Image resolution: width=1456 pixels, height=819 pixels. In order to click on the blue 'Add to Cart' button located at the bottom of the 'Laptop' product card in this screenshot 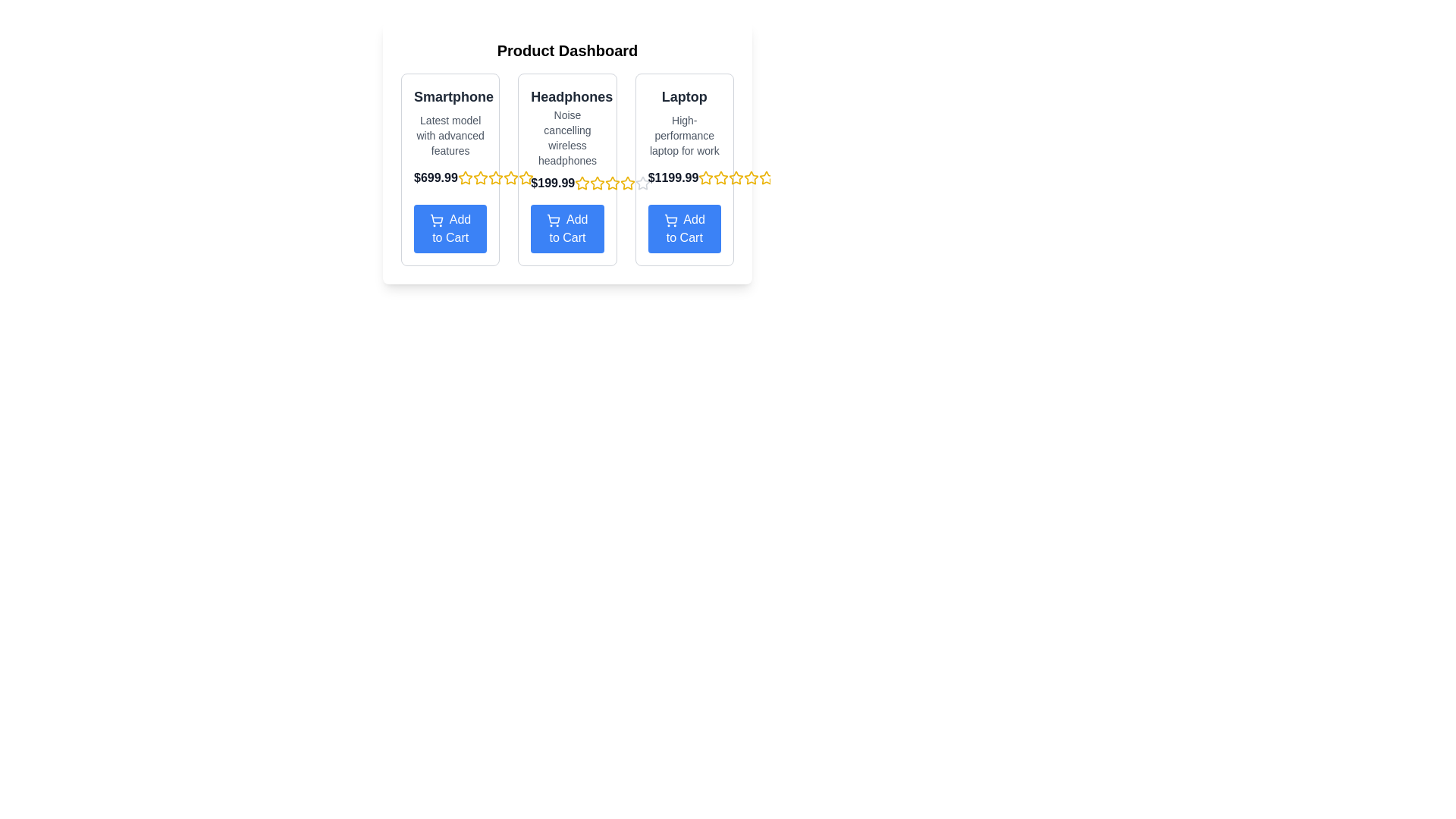, I will do `click(683, 228)`.